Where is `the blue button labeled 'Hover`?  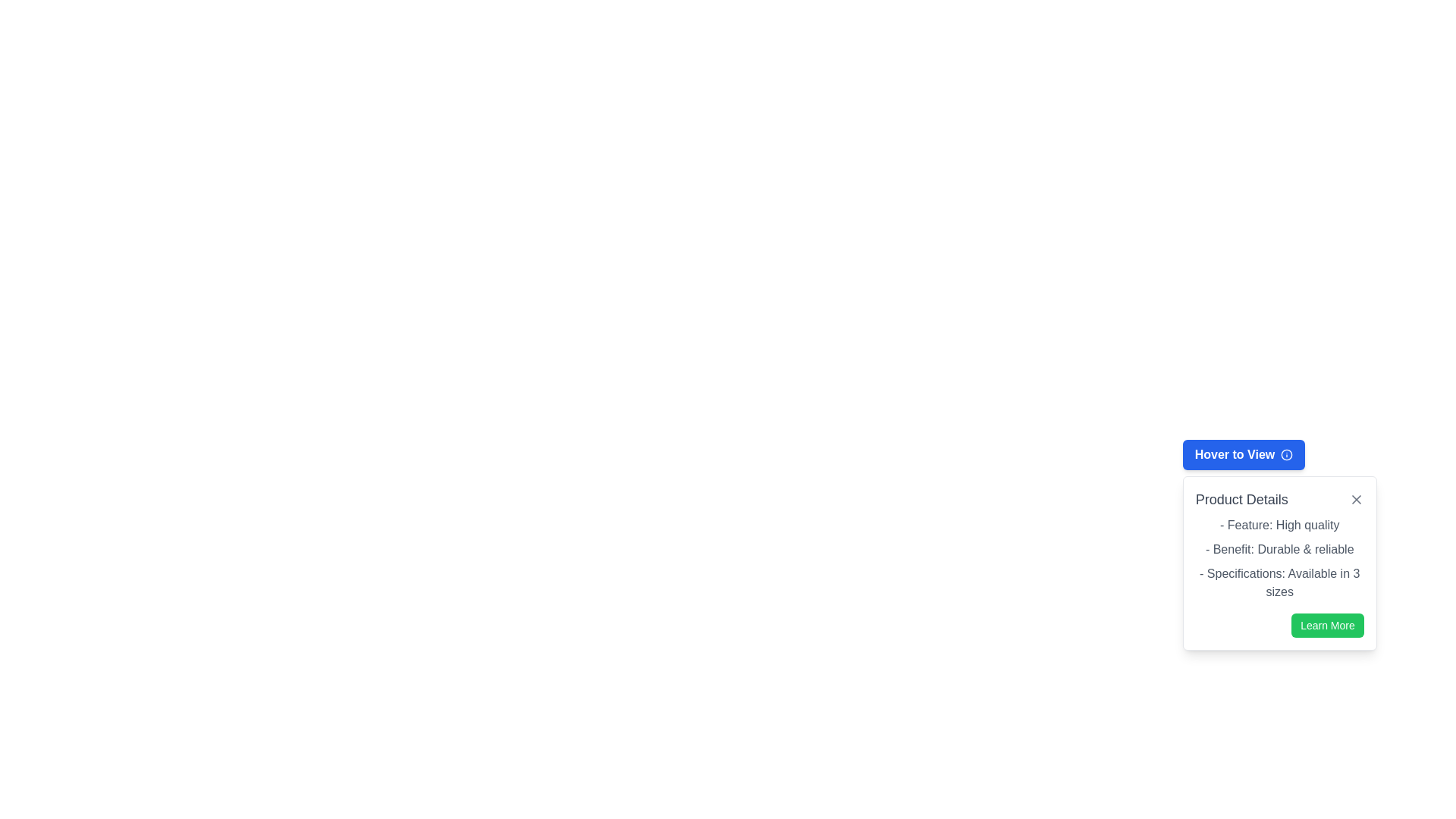 the blue button labeled 'Hover is located at coordinates (1244, 613).